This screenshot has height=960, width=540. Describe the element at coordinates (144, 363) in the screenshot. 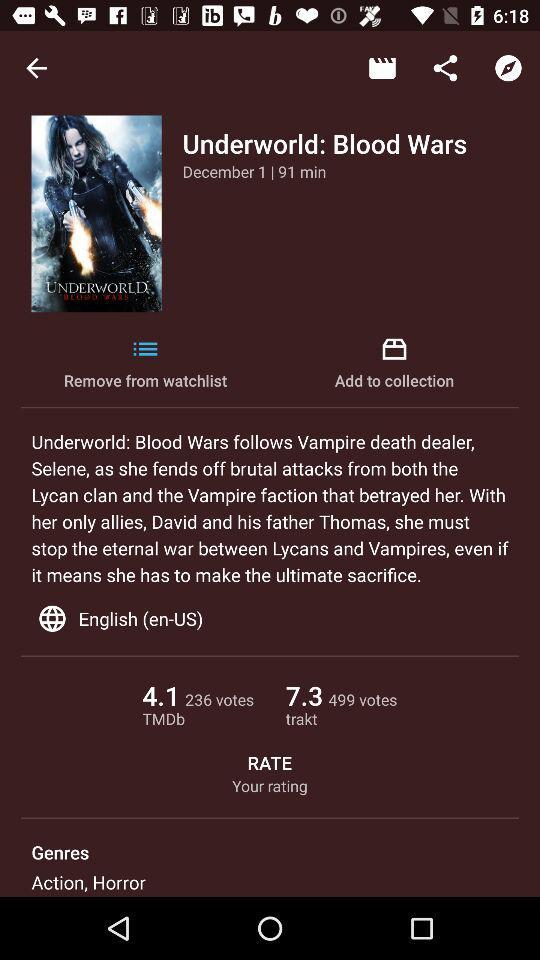

I see `the item to the left of the add to collection` at that location.